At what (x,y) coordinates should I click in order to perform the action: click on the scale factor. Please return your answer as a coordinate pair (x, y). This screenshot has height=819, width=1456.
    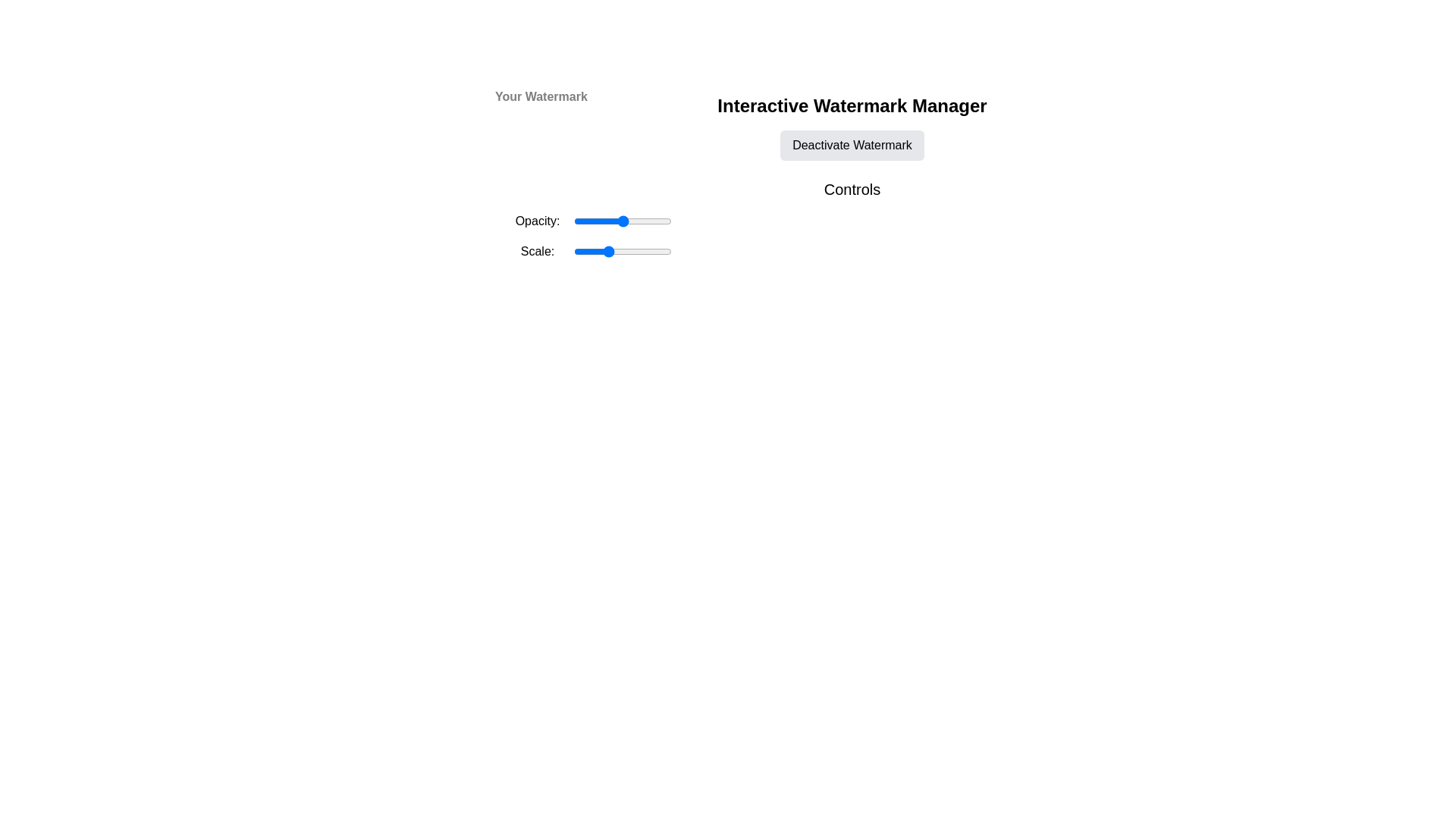
    Looking at the image, I should click on (607, 245).